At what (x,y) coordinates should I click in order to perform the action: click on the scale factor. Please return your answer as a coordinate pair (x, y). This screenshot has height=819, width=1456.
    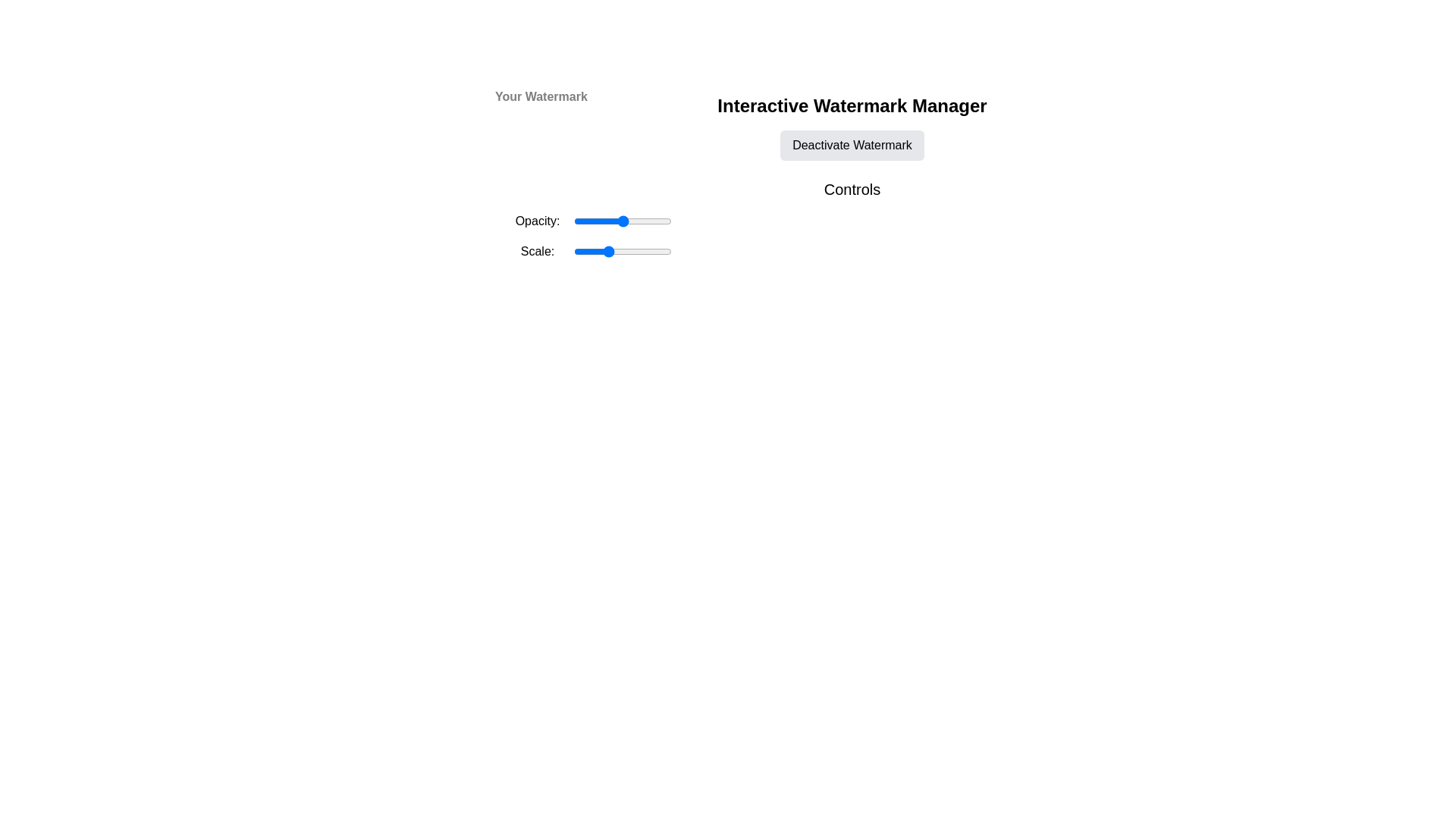
    Looking at the image, I should click on (607, 245).